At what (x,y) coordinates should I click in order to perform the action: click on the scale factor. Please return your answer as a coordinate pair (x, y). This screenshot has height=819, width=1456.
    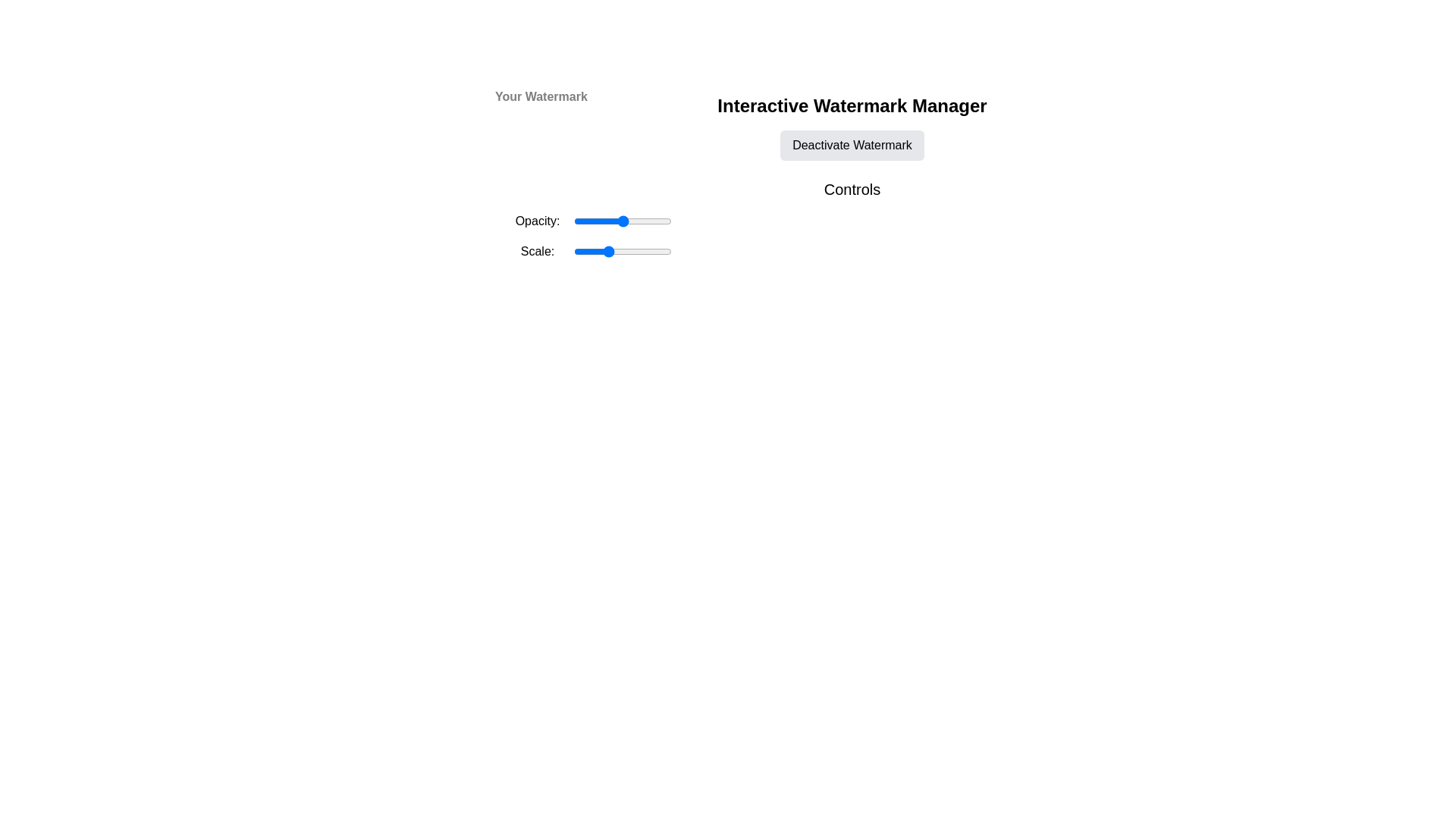
    Looking at the image, I should click on (607, 245).